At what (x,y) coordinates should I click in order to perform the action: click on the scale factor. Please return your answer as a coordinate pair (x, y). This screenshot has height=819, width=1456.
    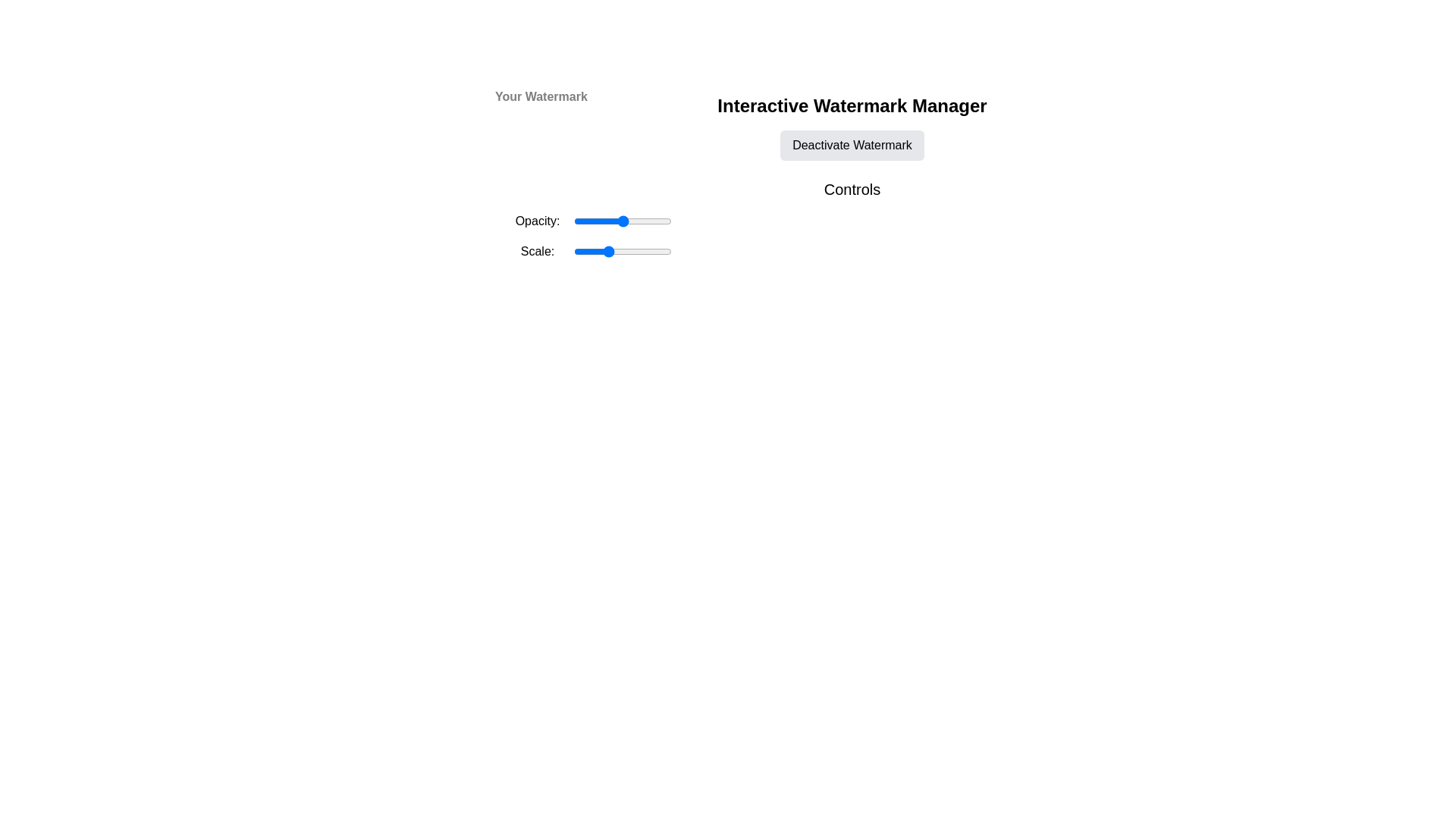
    Looking at the image, I should click on (607, 245).